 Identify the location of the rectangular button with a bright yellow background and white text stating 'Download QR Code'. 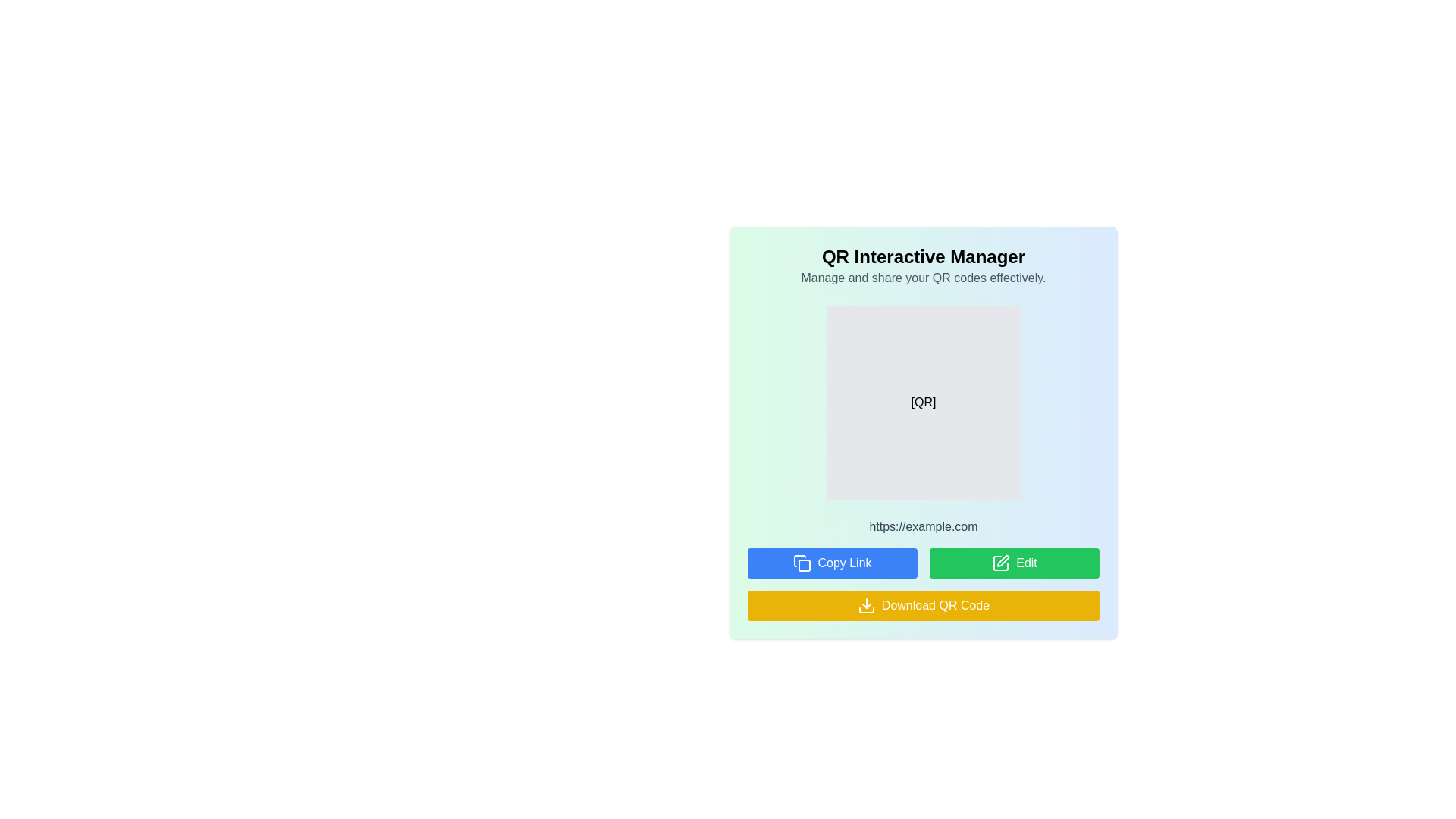
(923, 604).